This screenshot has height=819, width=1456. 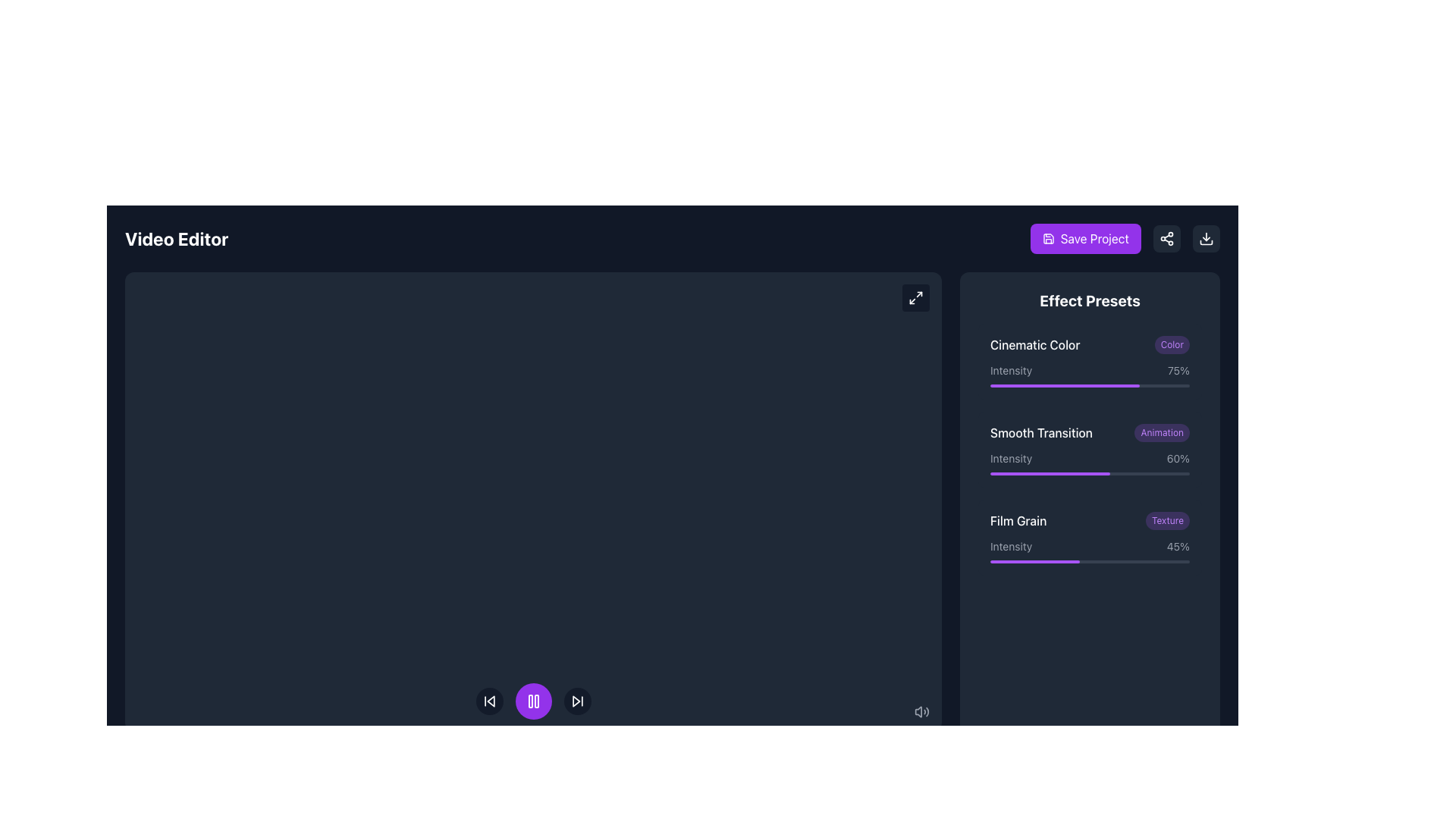 What do you see at coordinates (575, 701) in the screenshot?
I see `the rightmost circular button icon resembling a forward button` at bounding box center [575, 701].